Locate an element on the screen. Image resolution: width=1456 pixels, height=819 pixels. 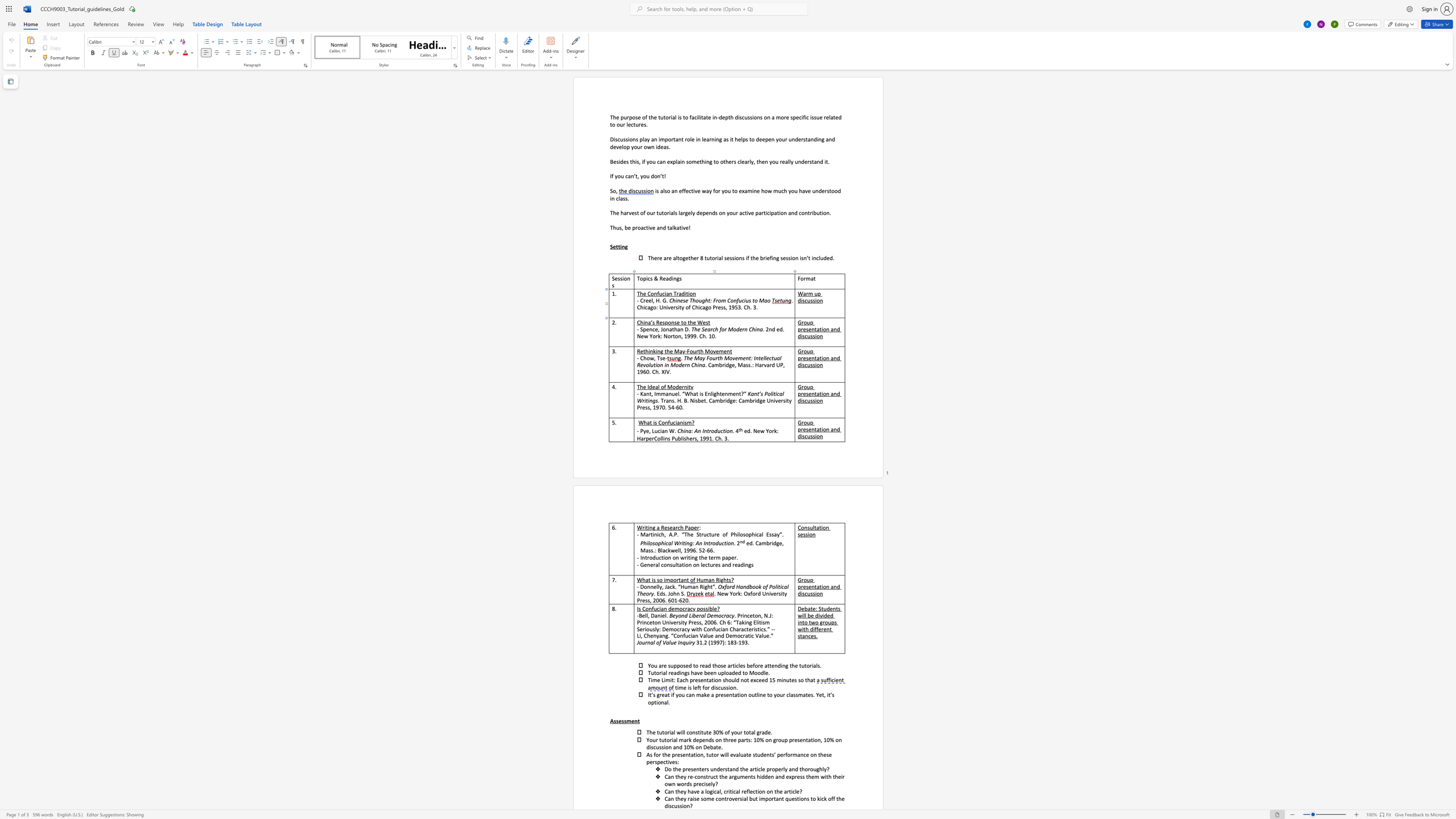
the 3th character "u" in the text is located at coordinates (747, 300).